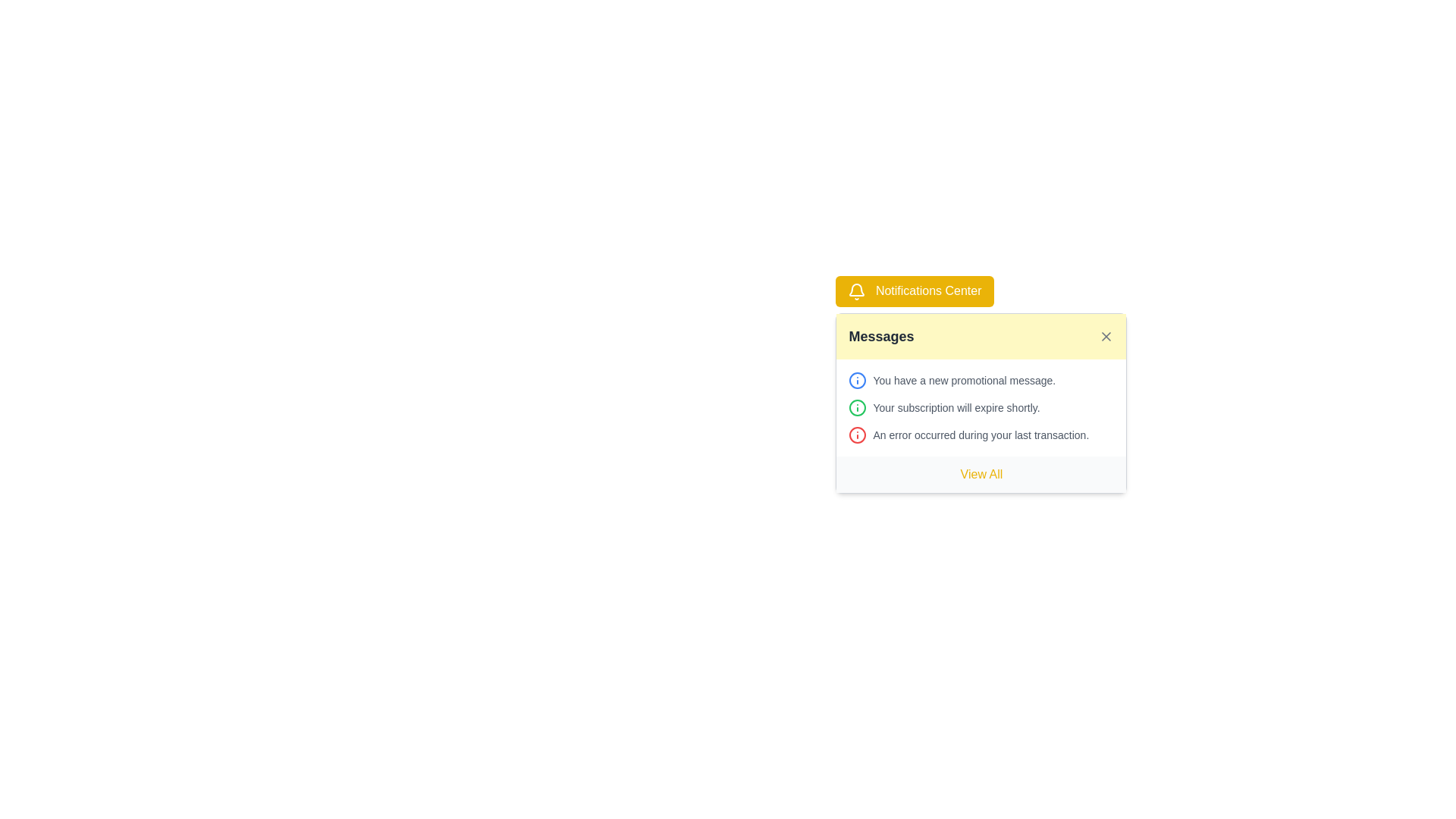 The height and width of the screenshot is (819, 1456). I want to click on the 'View All' button, which is the only interactive text element at the bottom center of the notification card, so click(981, 473).